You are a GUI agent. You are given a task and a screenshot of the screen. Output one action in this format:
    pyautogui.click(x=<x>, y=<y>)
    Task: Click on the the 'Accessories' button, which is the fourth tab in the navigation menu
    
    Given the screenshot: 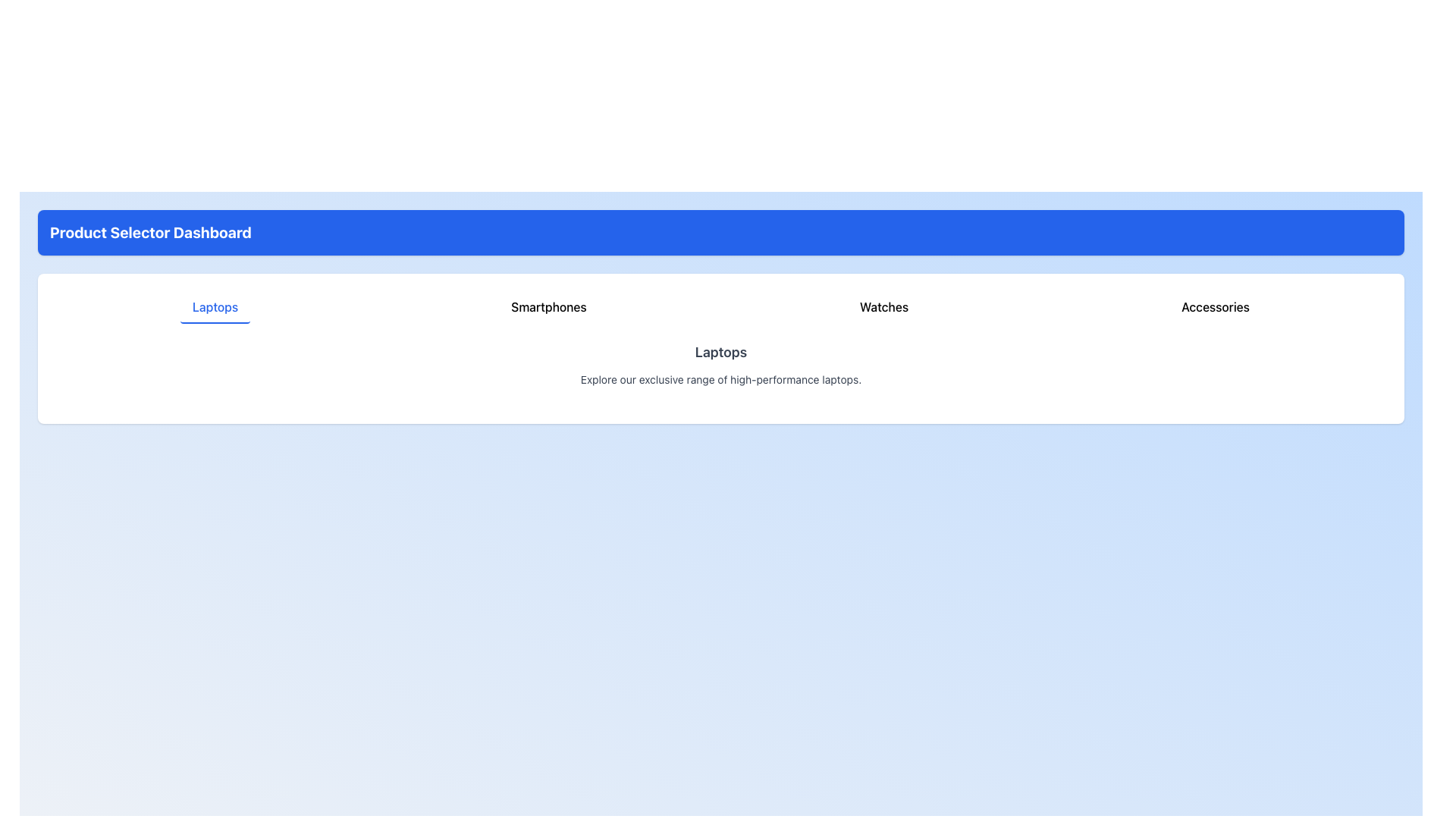 What is the action you would take?
    pyautogui.click(x=1216, y=307)
    